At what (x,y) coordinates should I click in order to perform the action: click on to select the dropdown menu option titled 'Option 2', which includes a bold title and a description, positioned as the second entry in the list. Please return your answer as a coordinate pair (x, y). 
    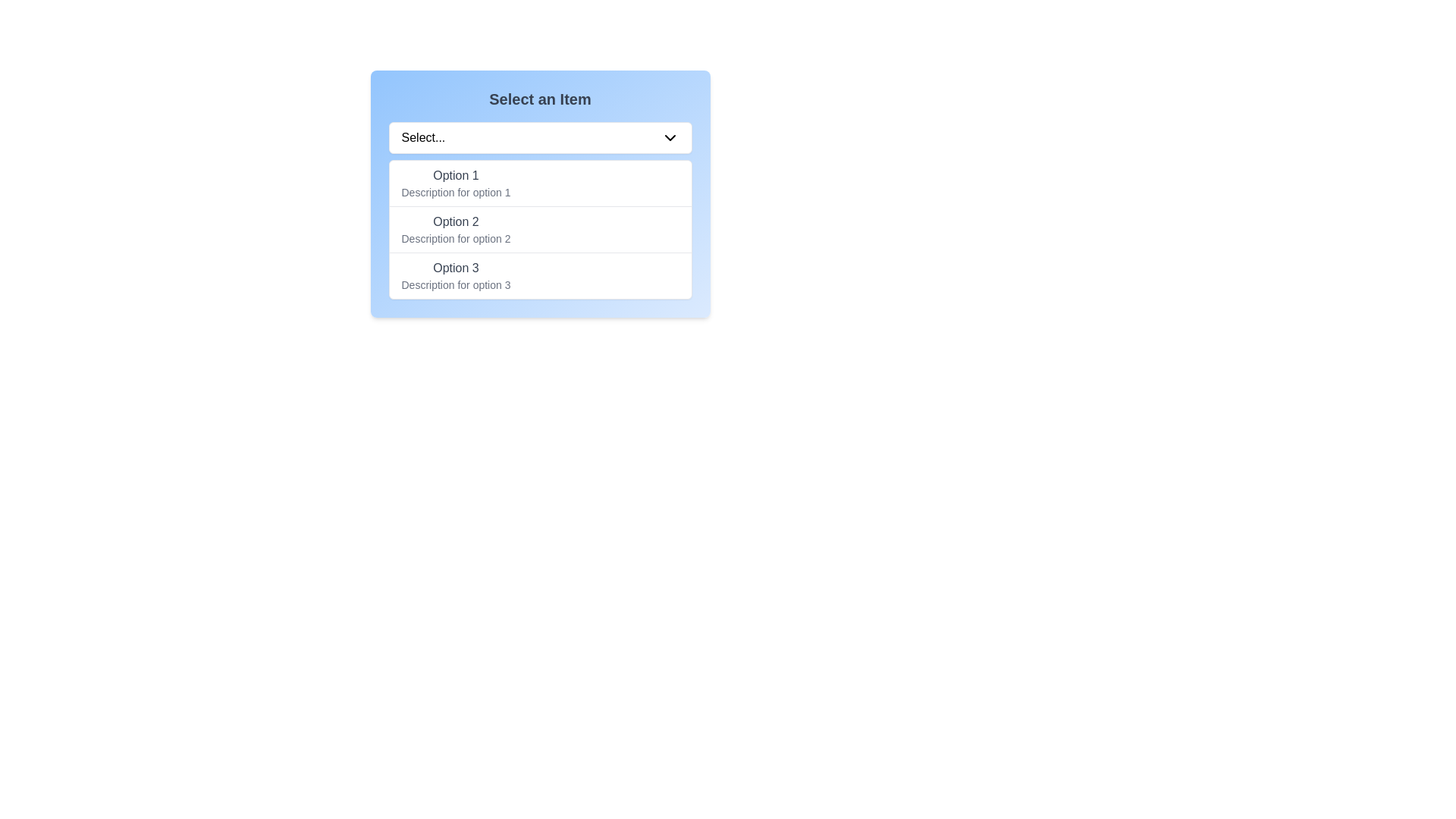
    Looking at the image, I should click on (455, 230).